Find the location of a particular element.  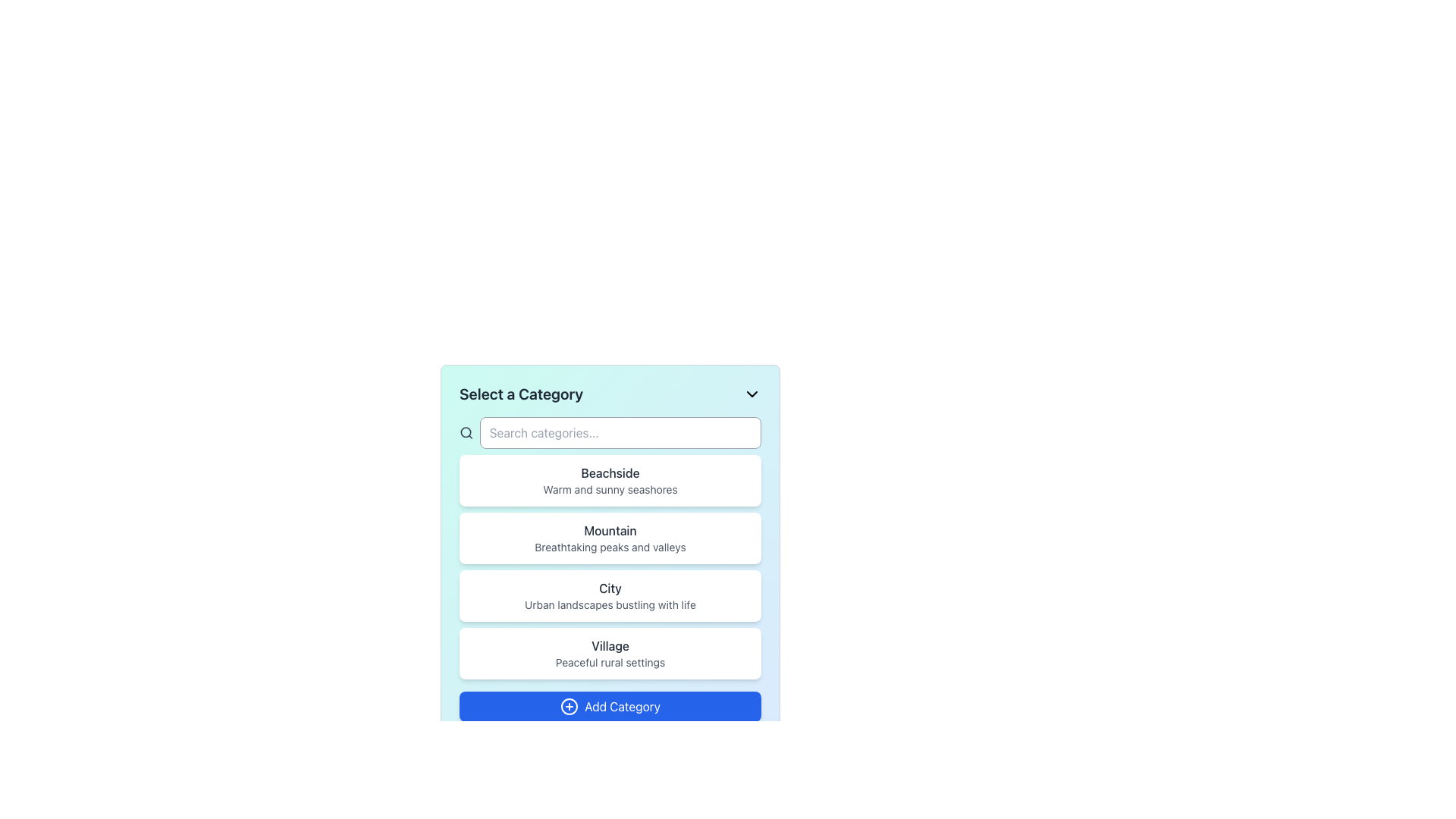

the text label providing additional context for the 'Mountain' category, positioned below the 'Mountain' title in the vertical category menu is located at coordinates (610, 547).